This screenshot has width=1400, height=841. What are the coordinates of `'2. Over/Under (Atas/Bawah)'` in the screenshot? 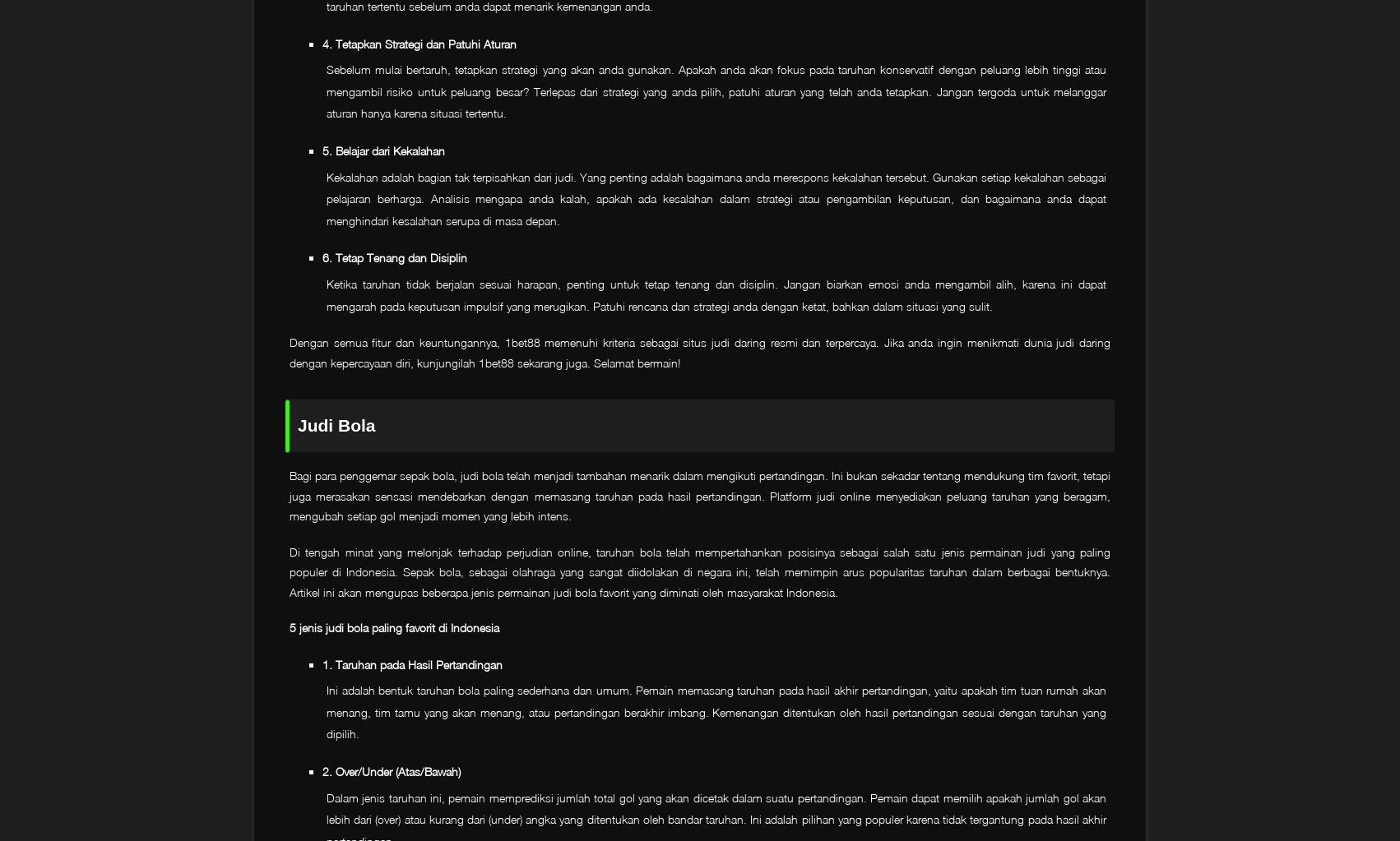 It's located at (391, 769).